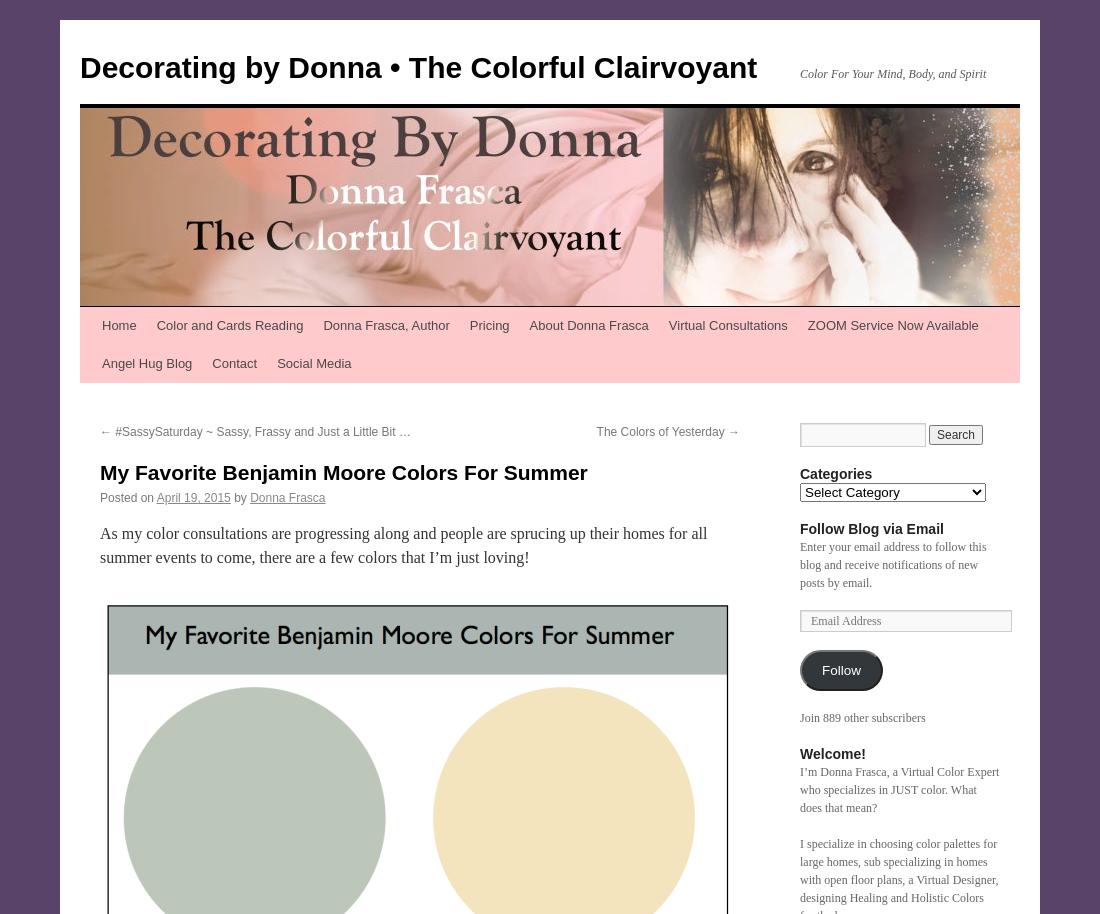 The height and width of the screenshot is (914, 1100). What do you see at coordinates (154, 498) in the screenshot?
I see `'April 19, 2015'` at bounding box center [154, 498].